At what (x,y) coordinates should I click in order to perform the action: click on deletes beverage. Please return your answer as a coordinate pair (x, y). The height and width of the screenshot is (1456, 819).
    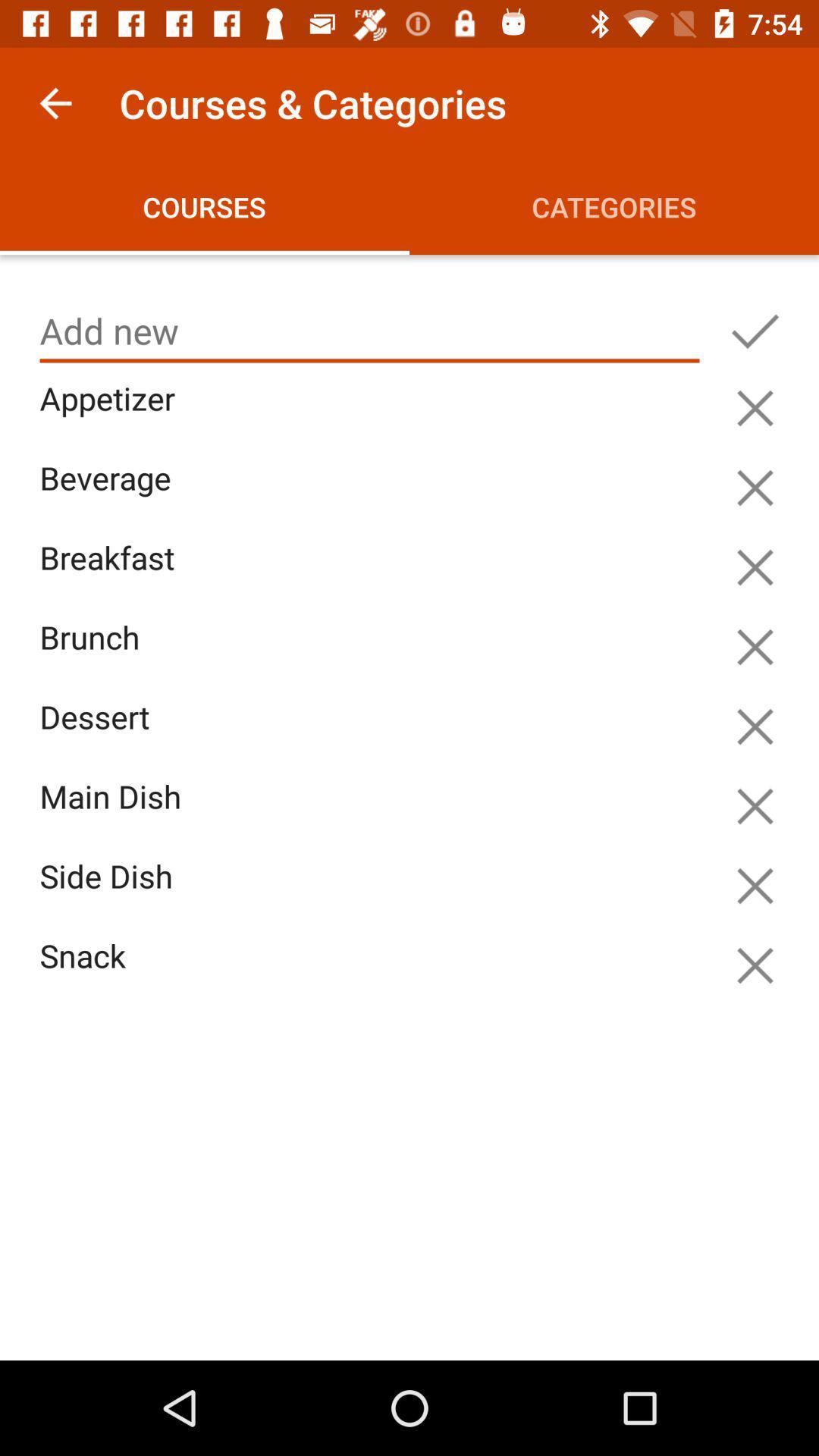
    Looking at the image, I should click on (755, 488).